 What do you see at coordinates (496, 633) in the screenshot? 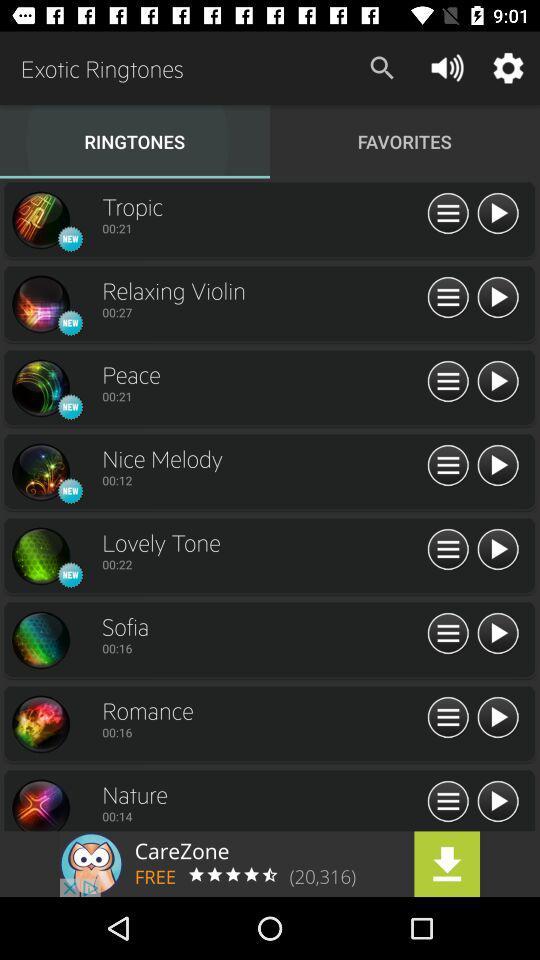
I see `play` at bounding box center [496, 633].